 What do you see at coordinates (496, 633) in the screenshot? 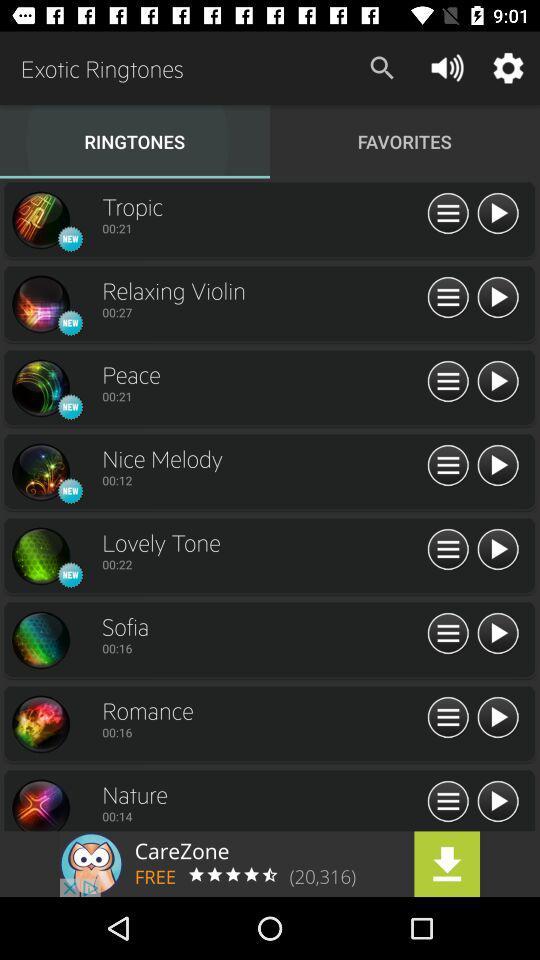
I see `play` at bounding box center [496, 633].